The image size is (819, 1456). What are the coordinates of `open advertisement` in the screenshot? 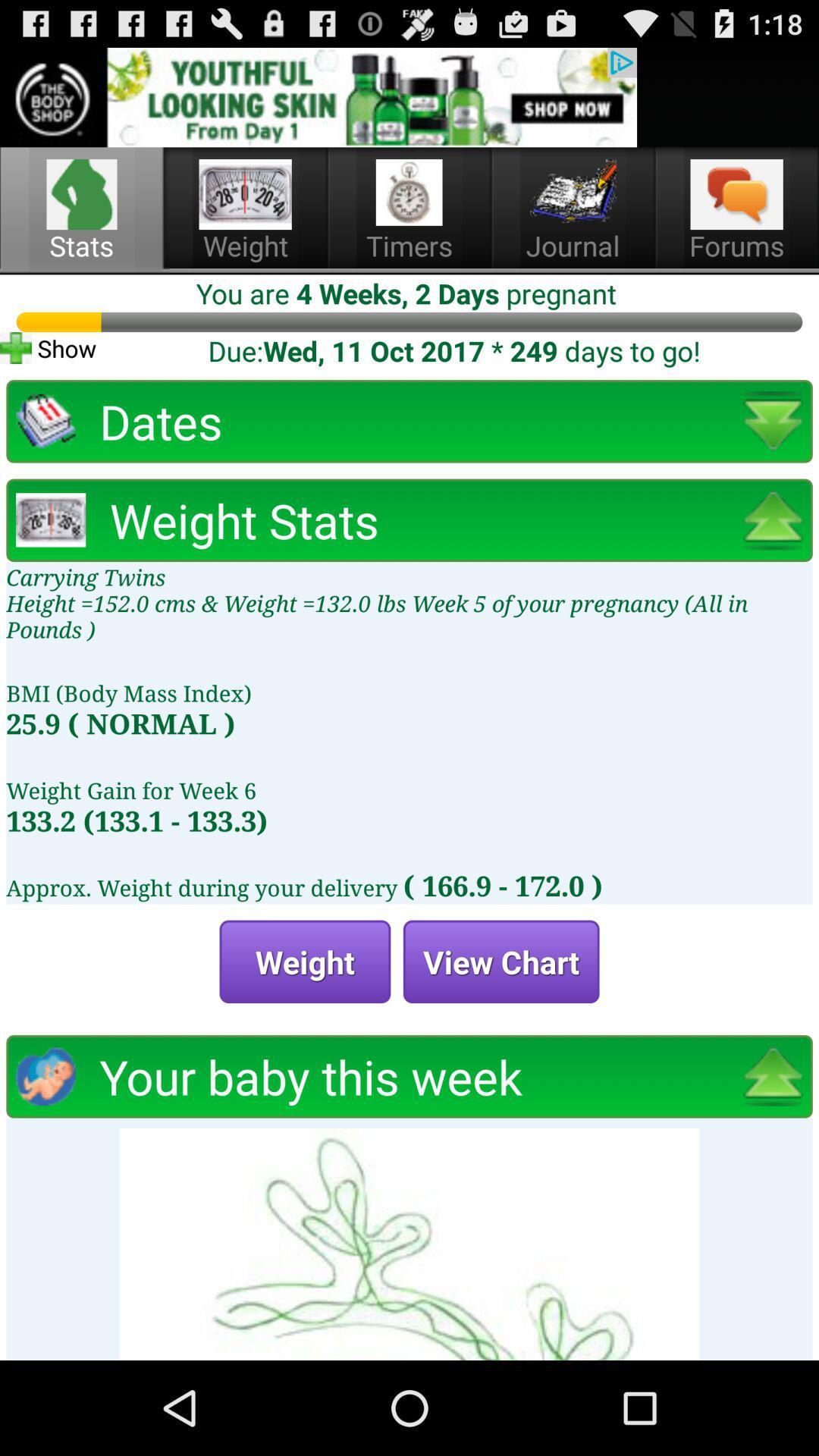 It's located at (318, 96).